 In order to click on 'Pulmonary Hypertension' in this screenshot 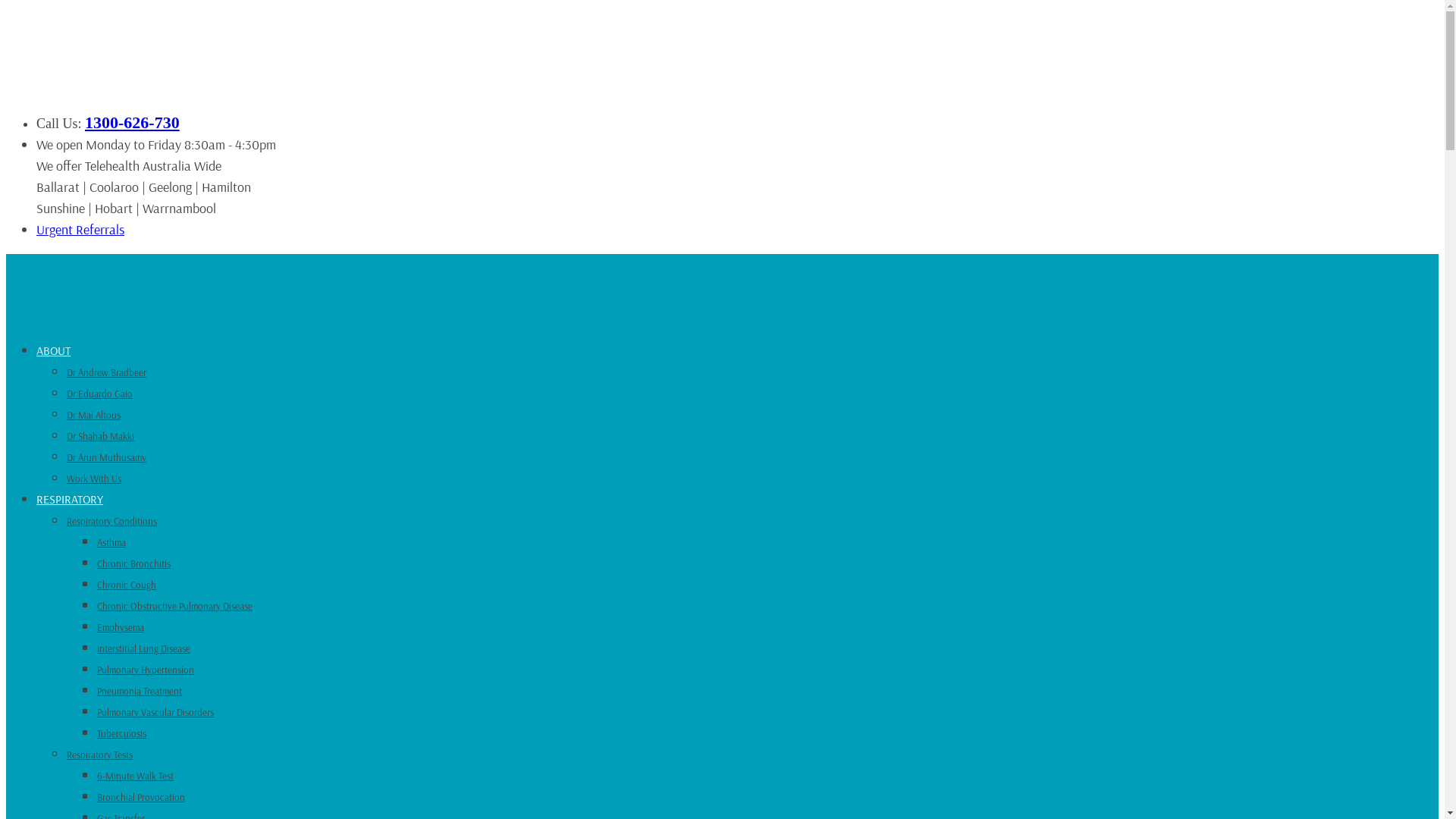, I will do `click(146, 669)`.